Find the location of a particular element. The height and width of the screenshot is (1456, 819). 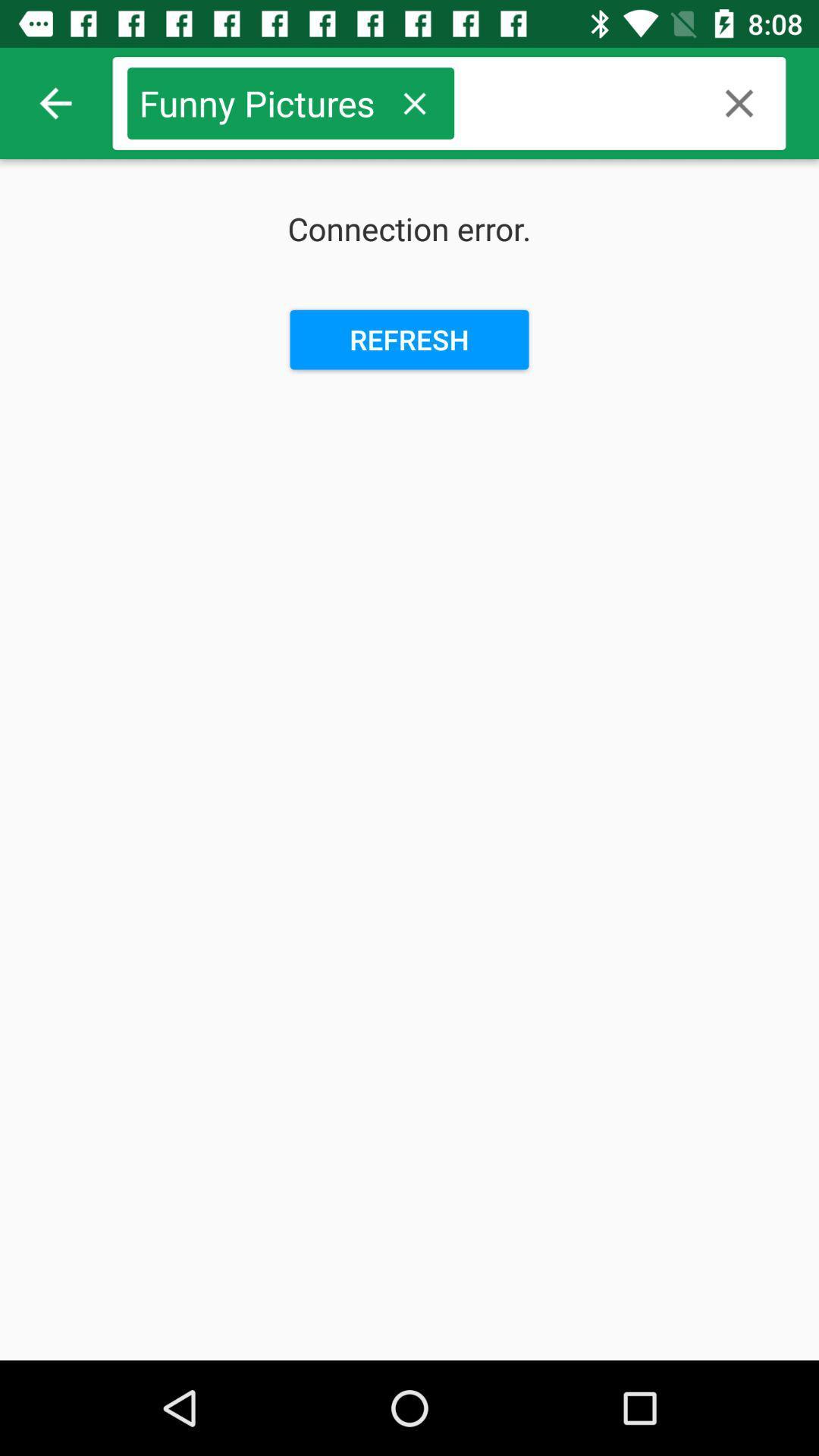

item to the right of the funny pictures icon is located at coordinates (414, 102).